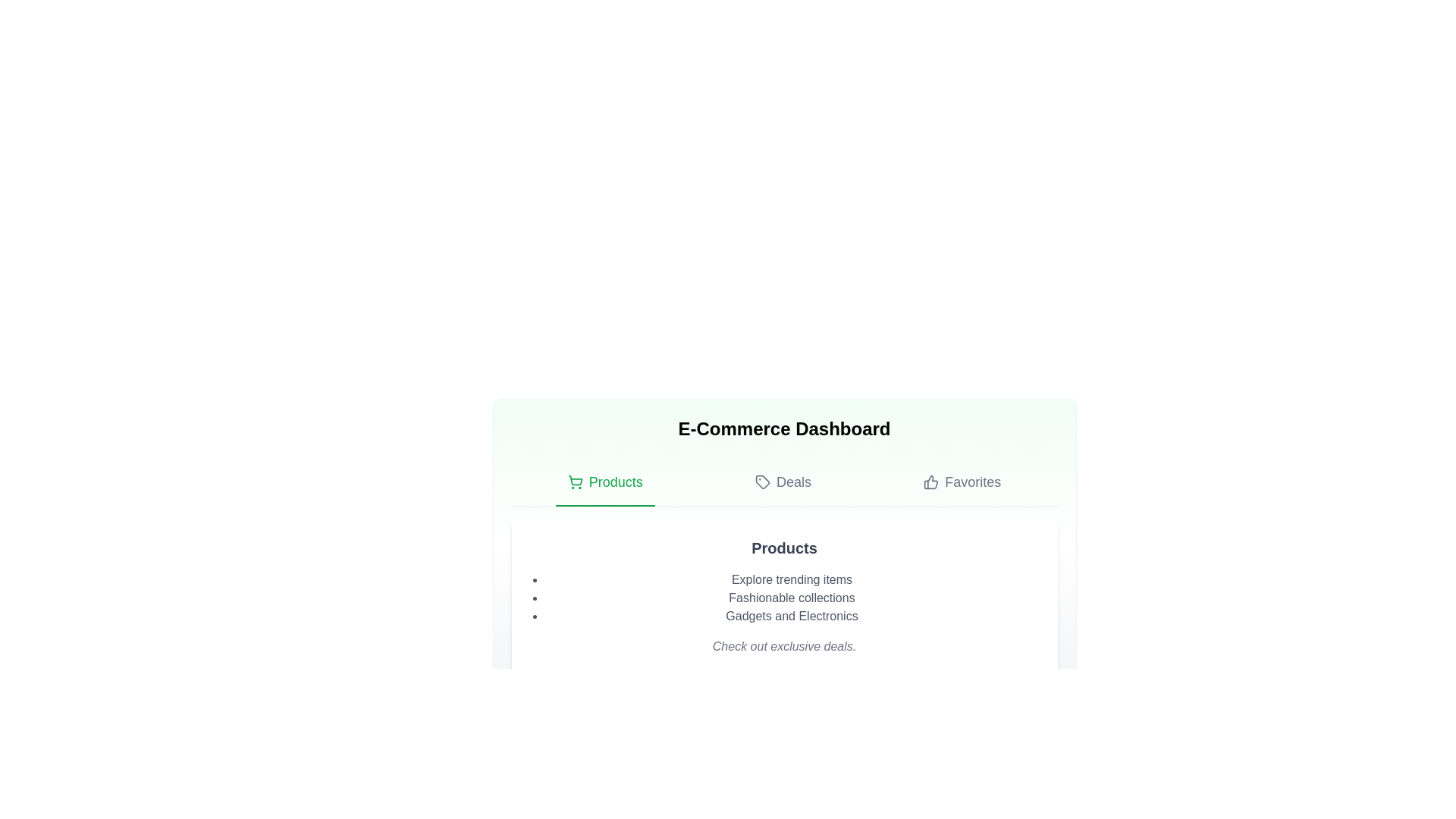  I want to click on the 'Products' header text element, so click(784, 548).